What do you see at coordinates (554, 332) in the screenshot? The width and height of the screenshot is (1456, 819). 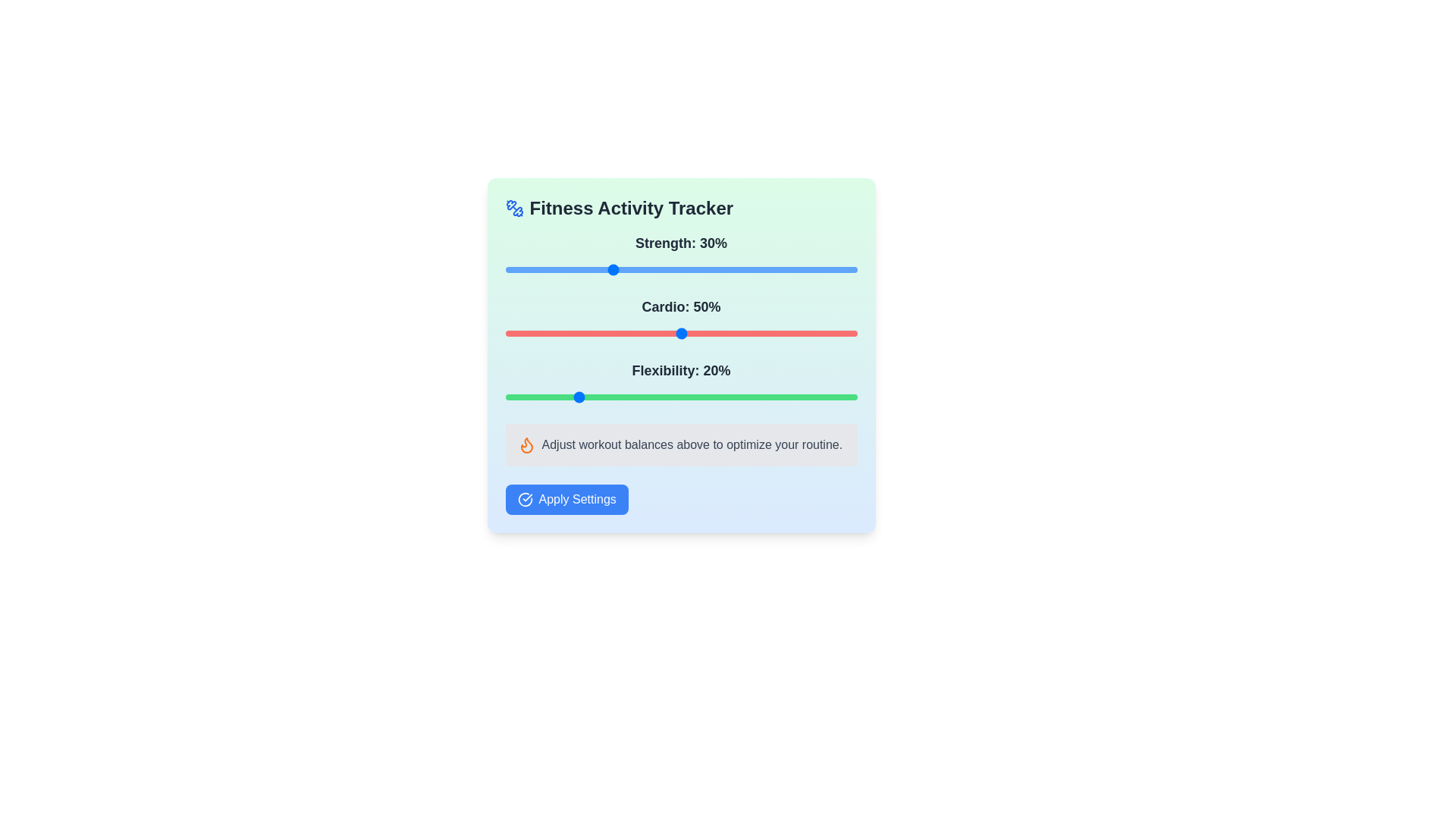 I see `cardio level` at bounding box center [554, 332].